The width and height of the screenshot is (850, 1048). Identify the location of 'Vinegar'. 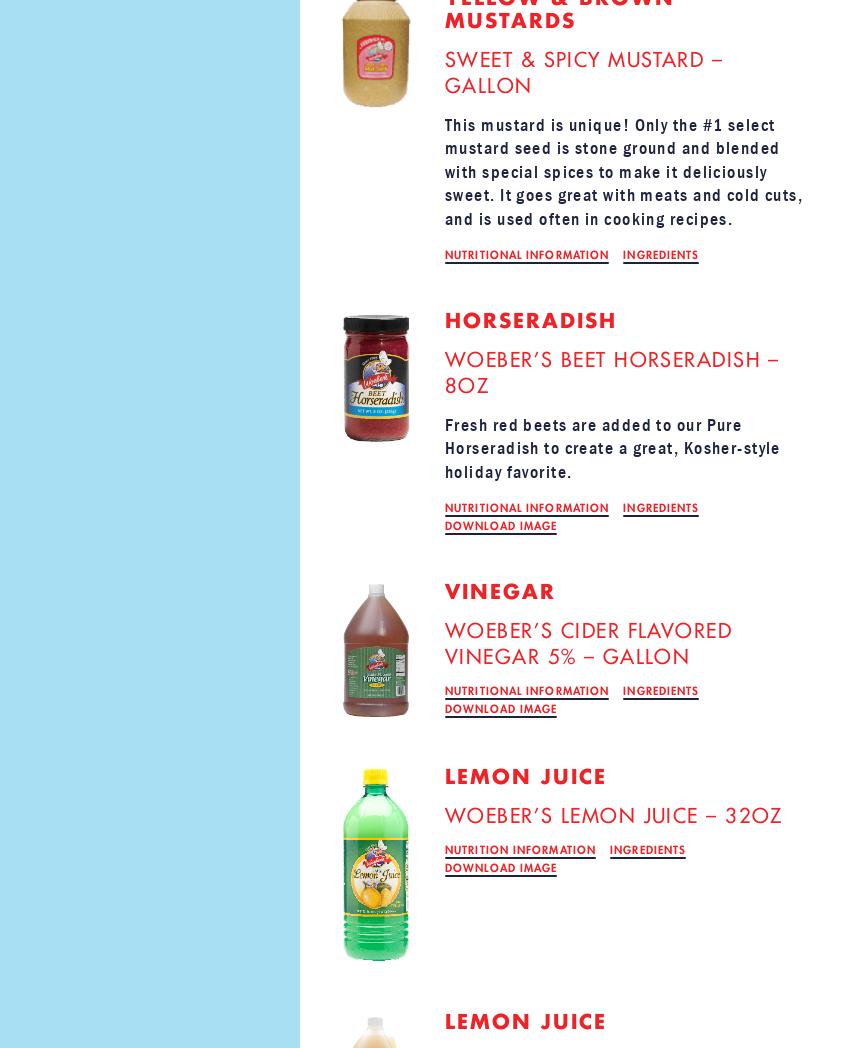
(500, 590).